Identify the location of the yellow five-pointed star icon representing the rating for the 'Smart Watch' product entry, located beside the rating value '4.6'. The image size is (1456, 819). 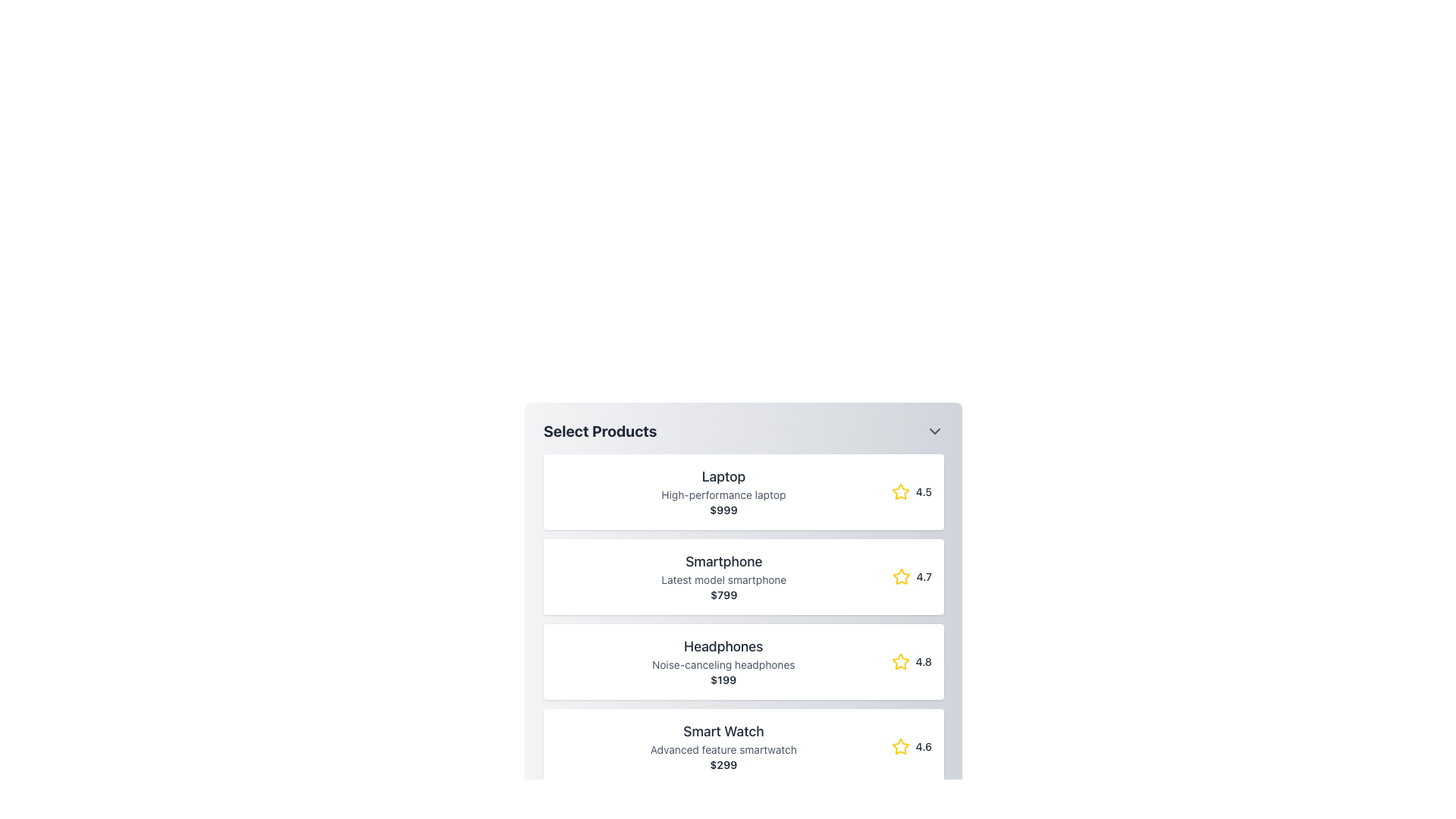
(900, 745).